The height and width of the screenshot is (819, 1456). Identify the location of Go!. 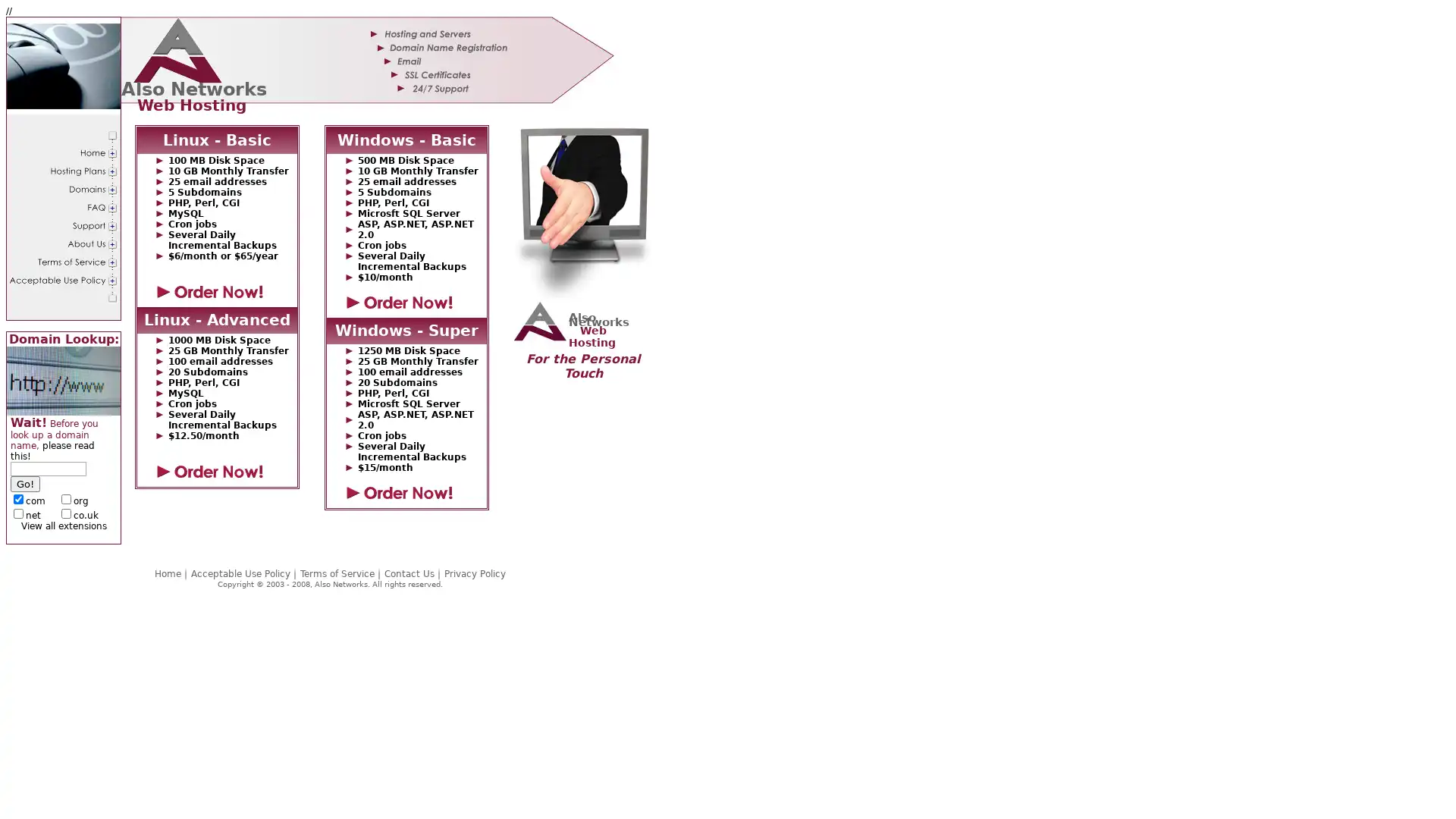
(25, 484).